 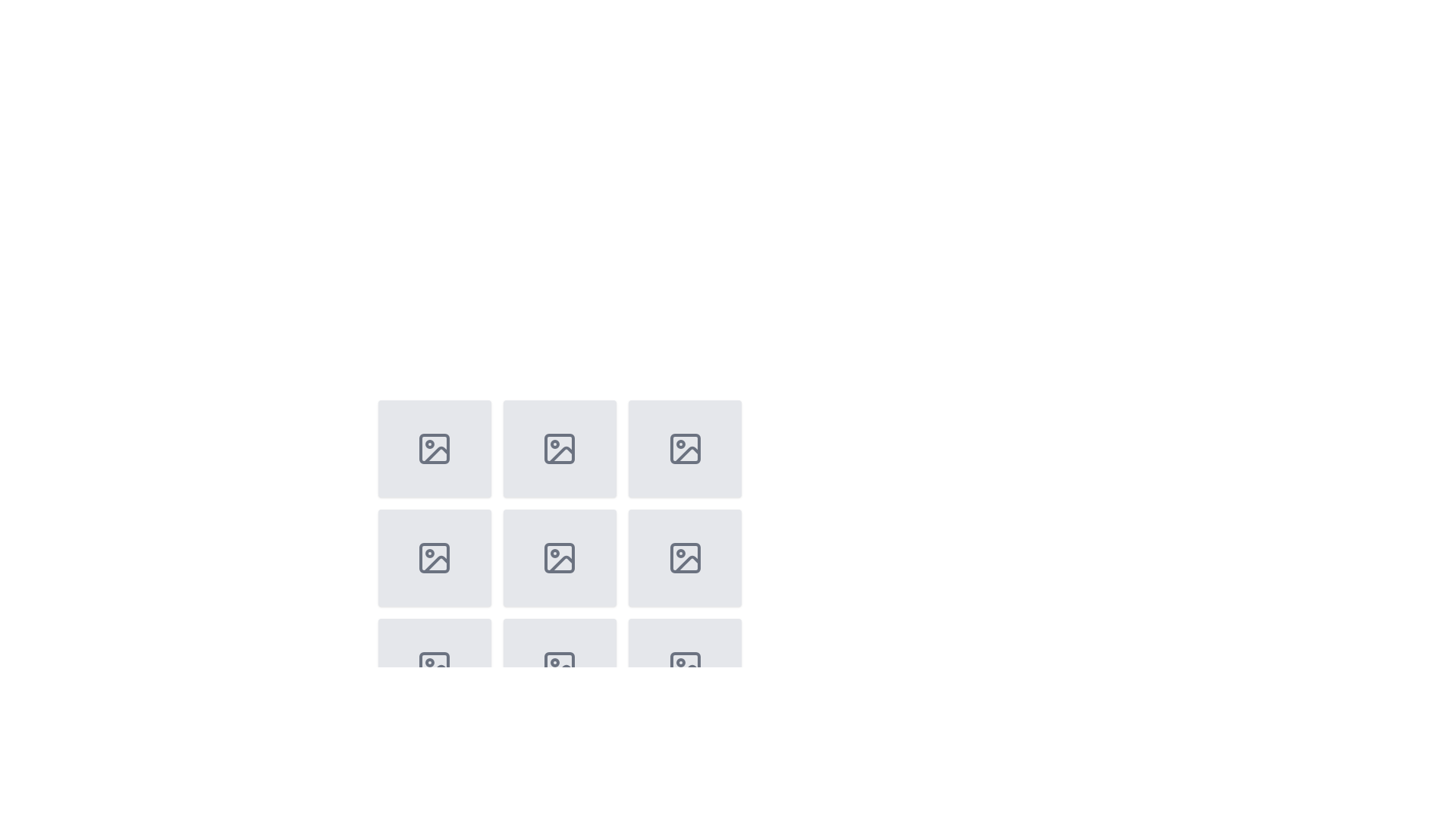 What do you see at coordinates (684, 666) in the screenshot?
I see `the bottom-right SVG rectangle icon in the 3x3 grid` at bounding box center [684, 666].